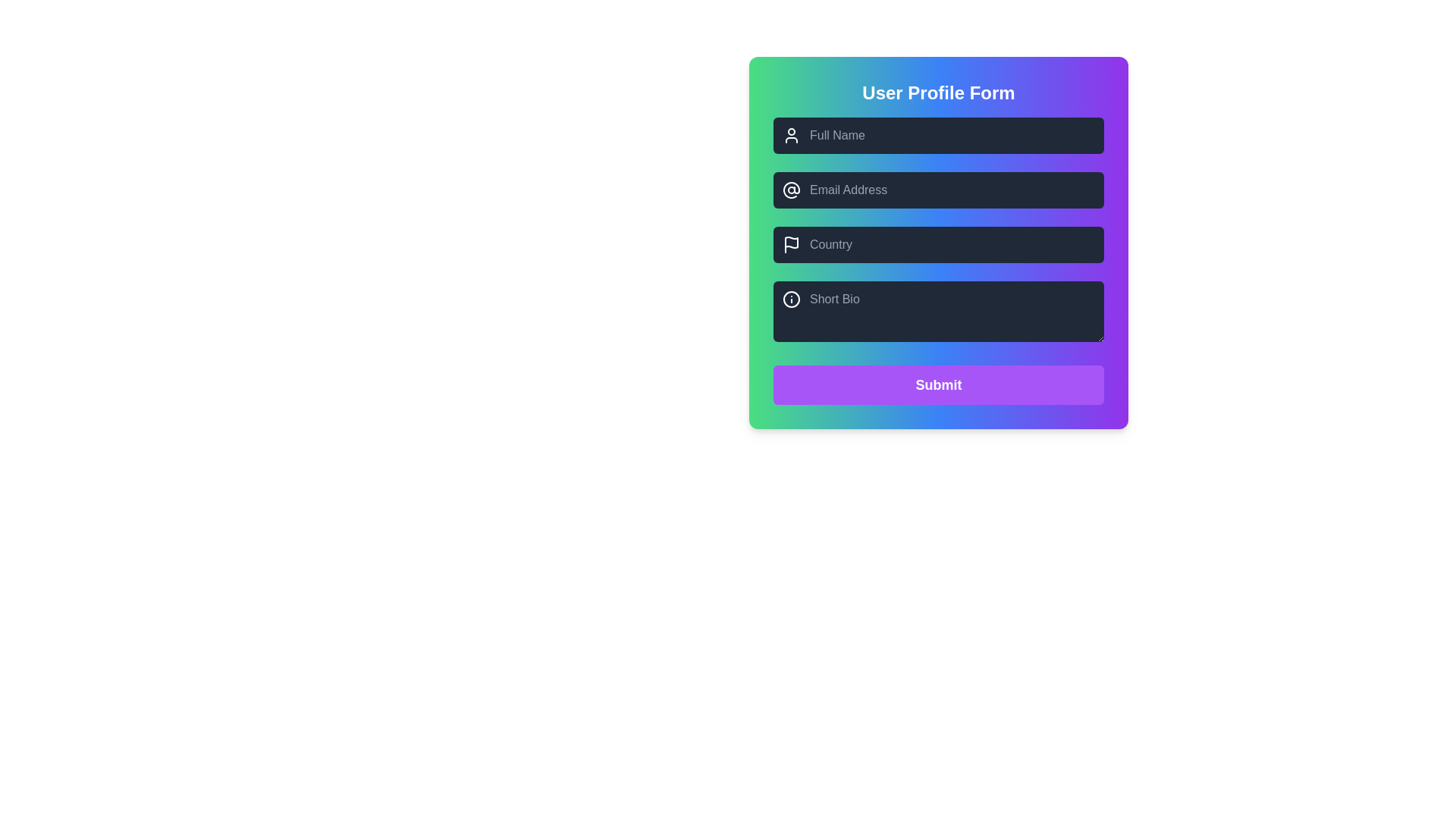 The image size is (1456, 819). I want to click on the submission button located below the 'Short Bio' text field, so click(938, 384).